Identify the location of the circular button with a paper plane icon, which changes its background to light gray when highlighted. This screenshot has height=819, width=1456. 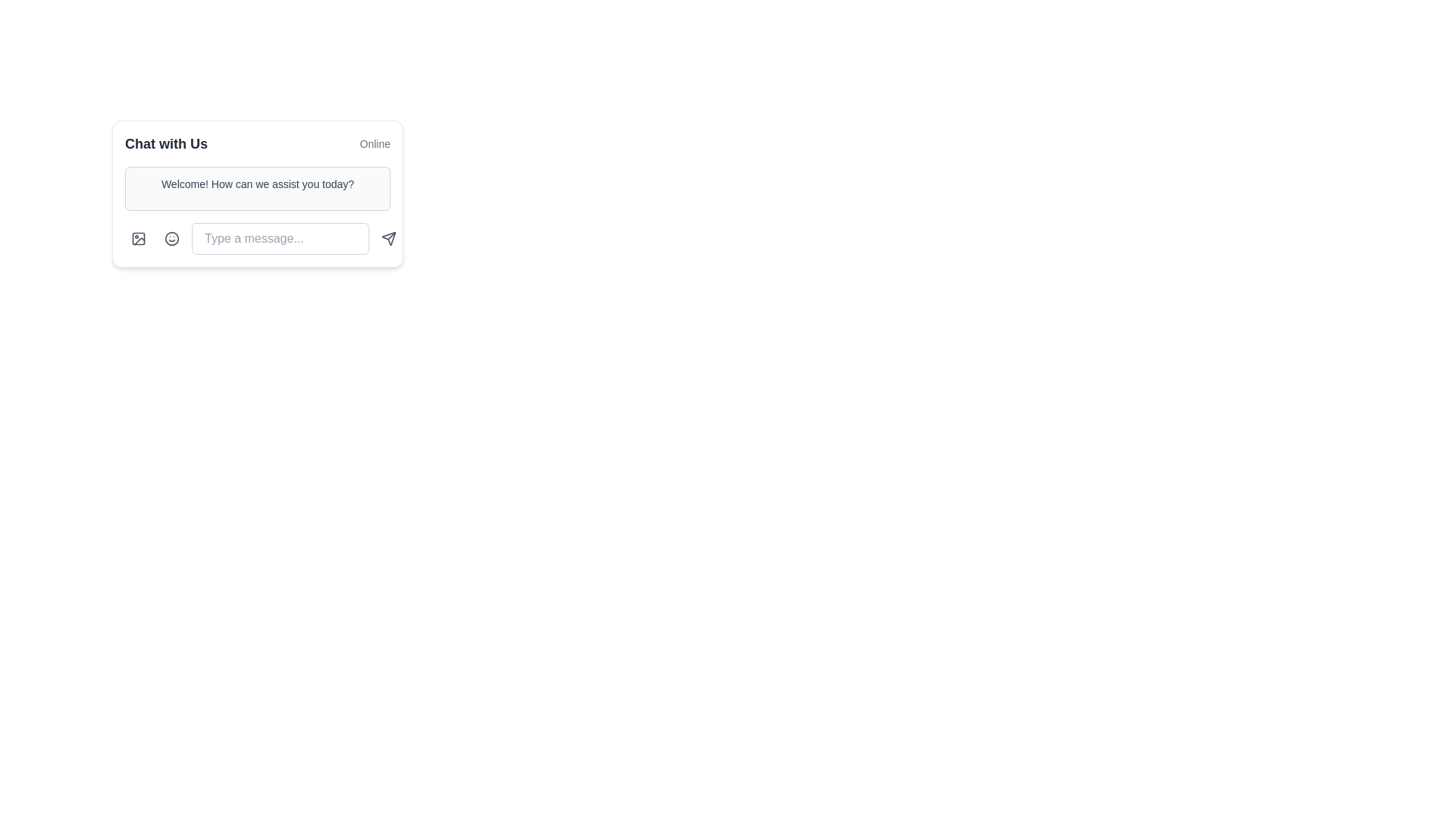
(389, 239).